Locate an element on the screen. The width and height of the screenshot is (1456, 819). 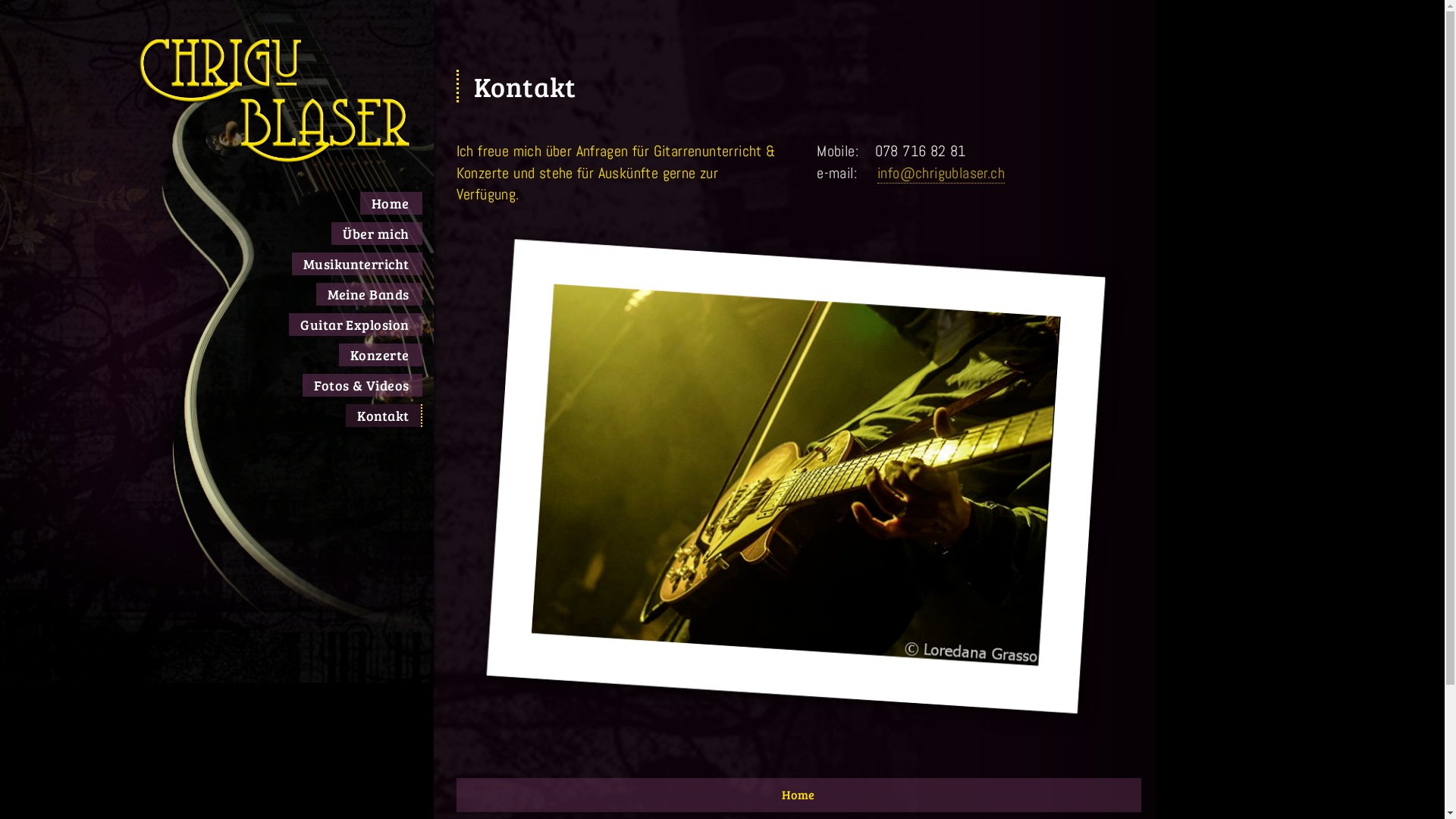
'Home' is located at coordinates (391, 202).